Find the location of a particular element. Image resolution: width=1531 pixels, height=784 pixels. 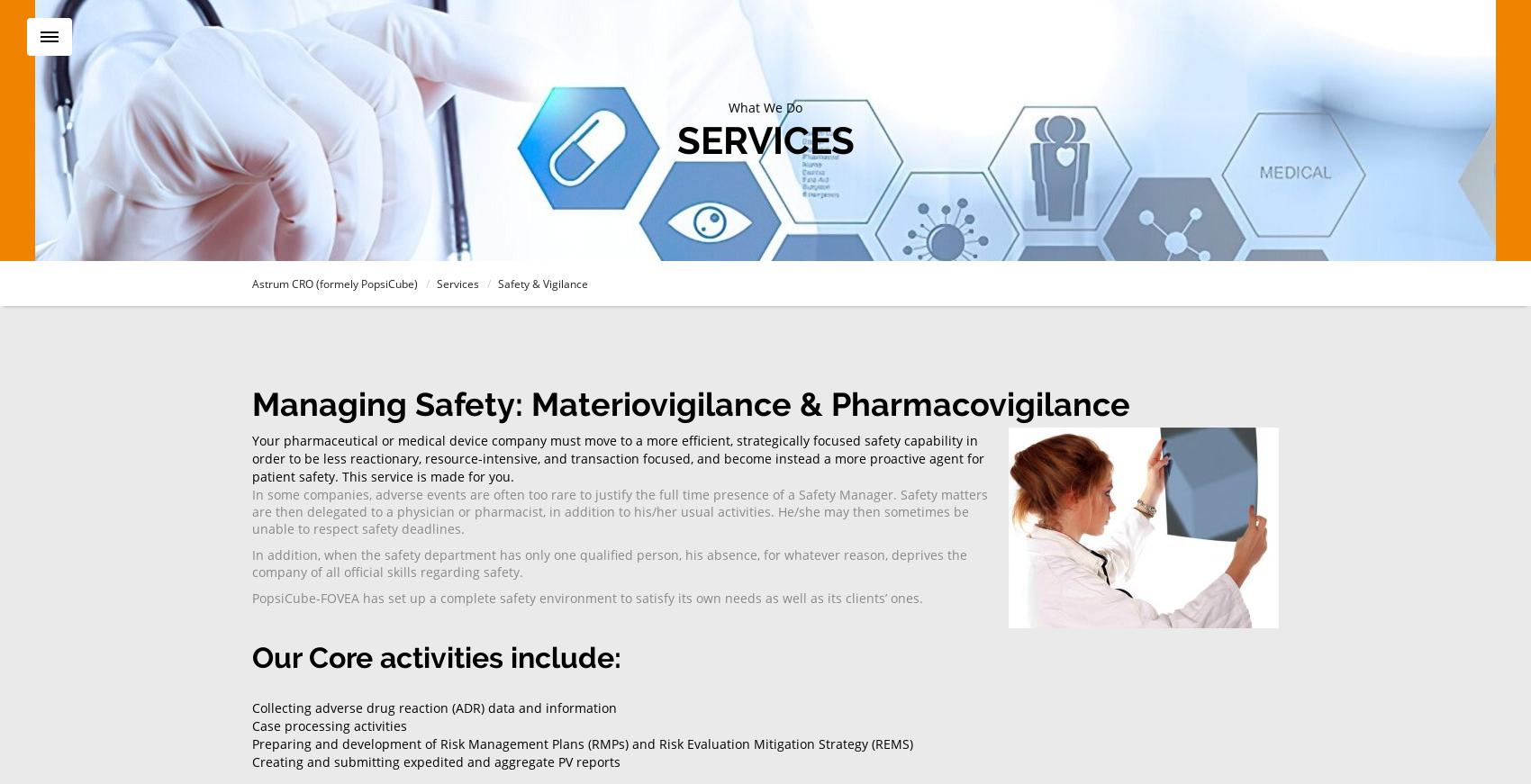

'Our Core activities include:' is located at coordinates (437, 656).